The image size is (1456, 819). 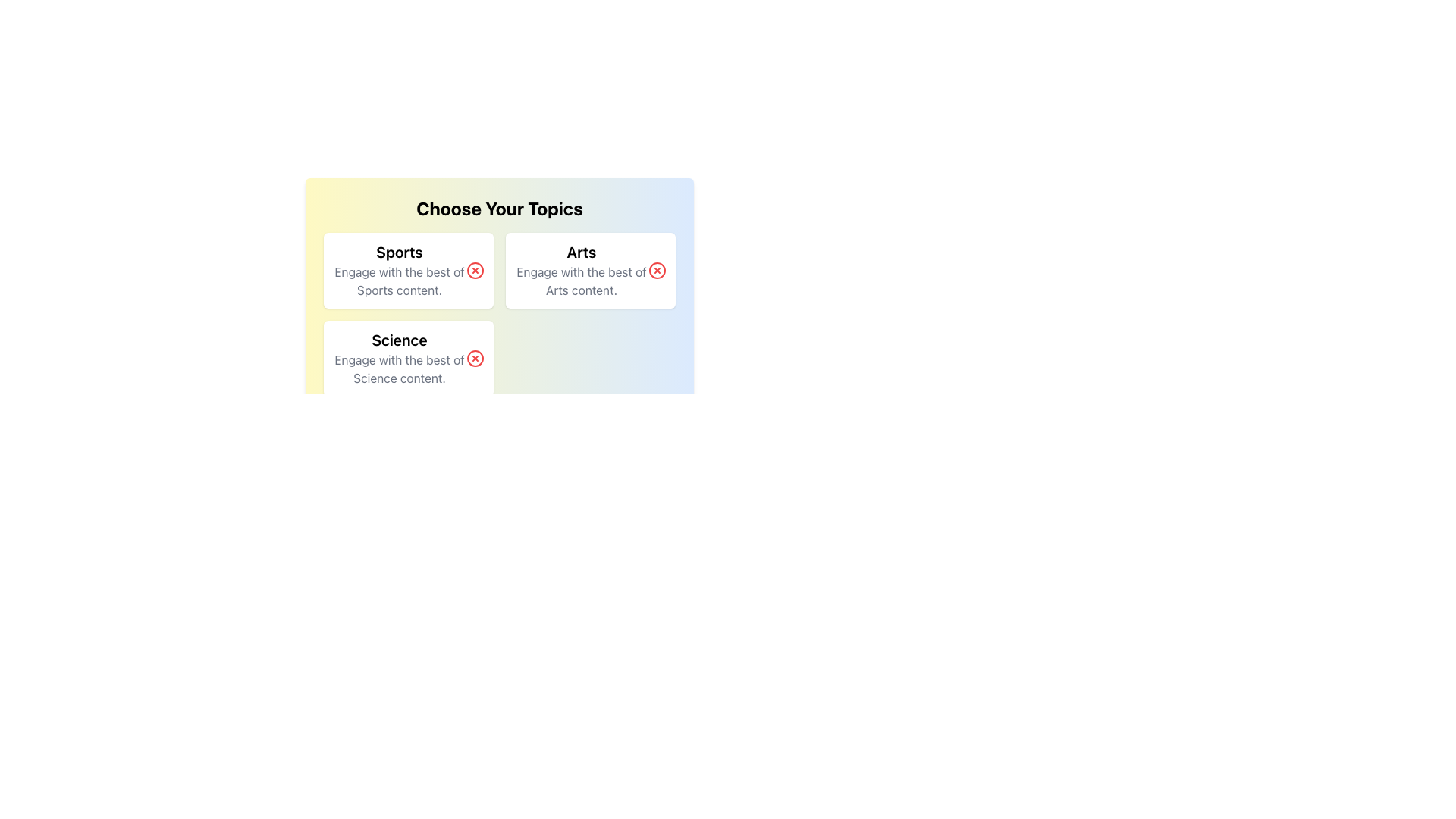 What do you see at coordinates (400, 281) in the screenshot?
I see `descriptive text label located below the bold 'Sports' title in the top-left card of the layout` at bounding box center [400, 281].